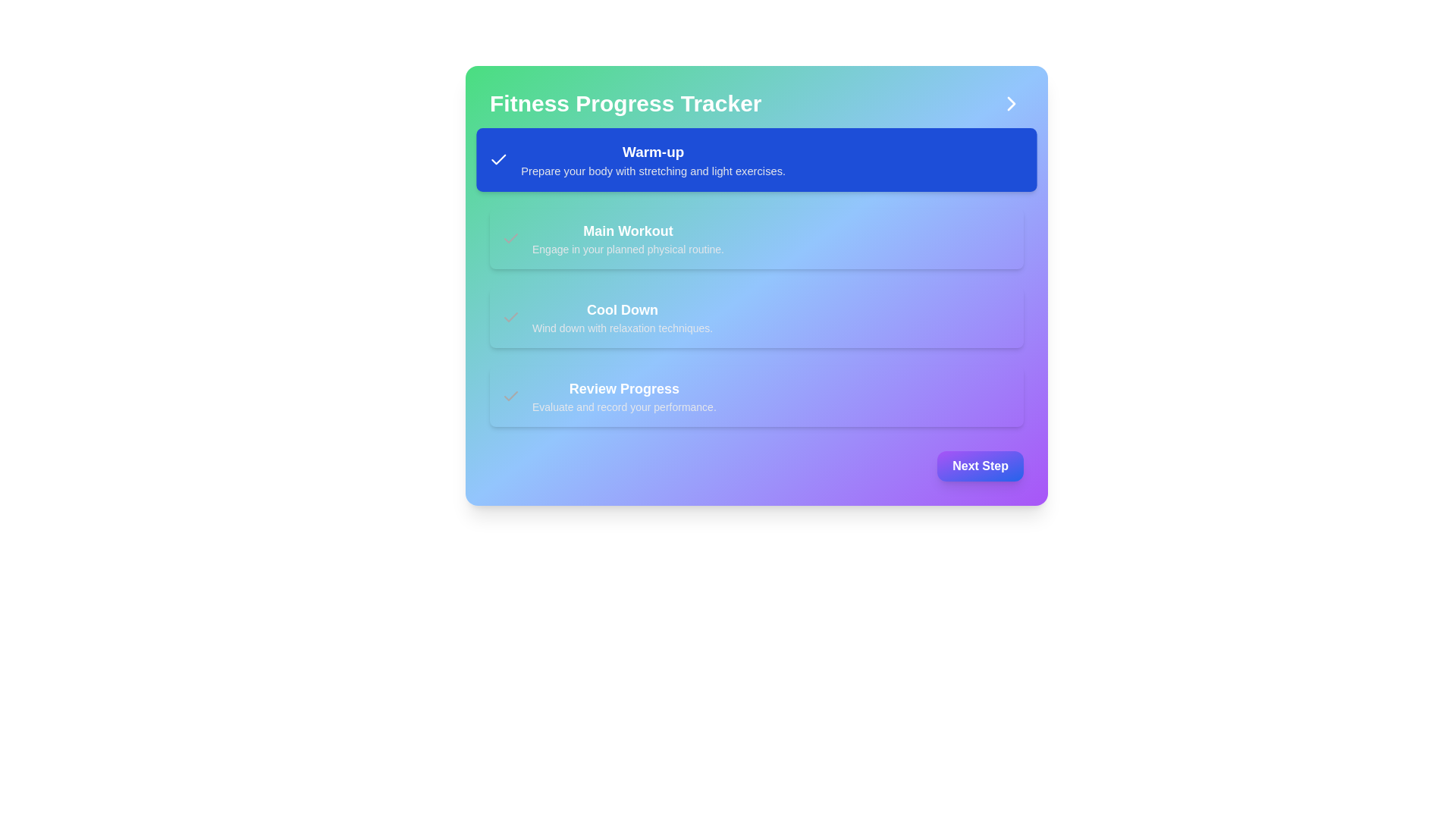  I want to click on the icon-based button located at the top-right corner of the 'Fitness Progress Tracker' content area, so click(1012, 103).